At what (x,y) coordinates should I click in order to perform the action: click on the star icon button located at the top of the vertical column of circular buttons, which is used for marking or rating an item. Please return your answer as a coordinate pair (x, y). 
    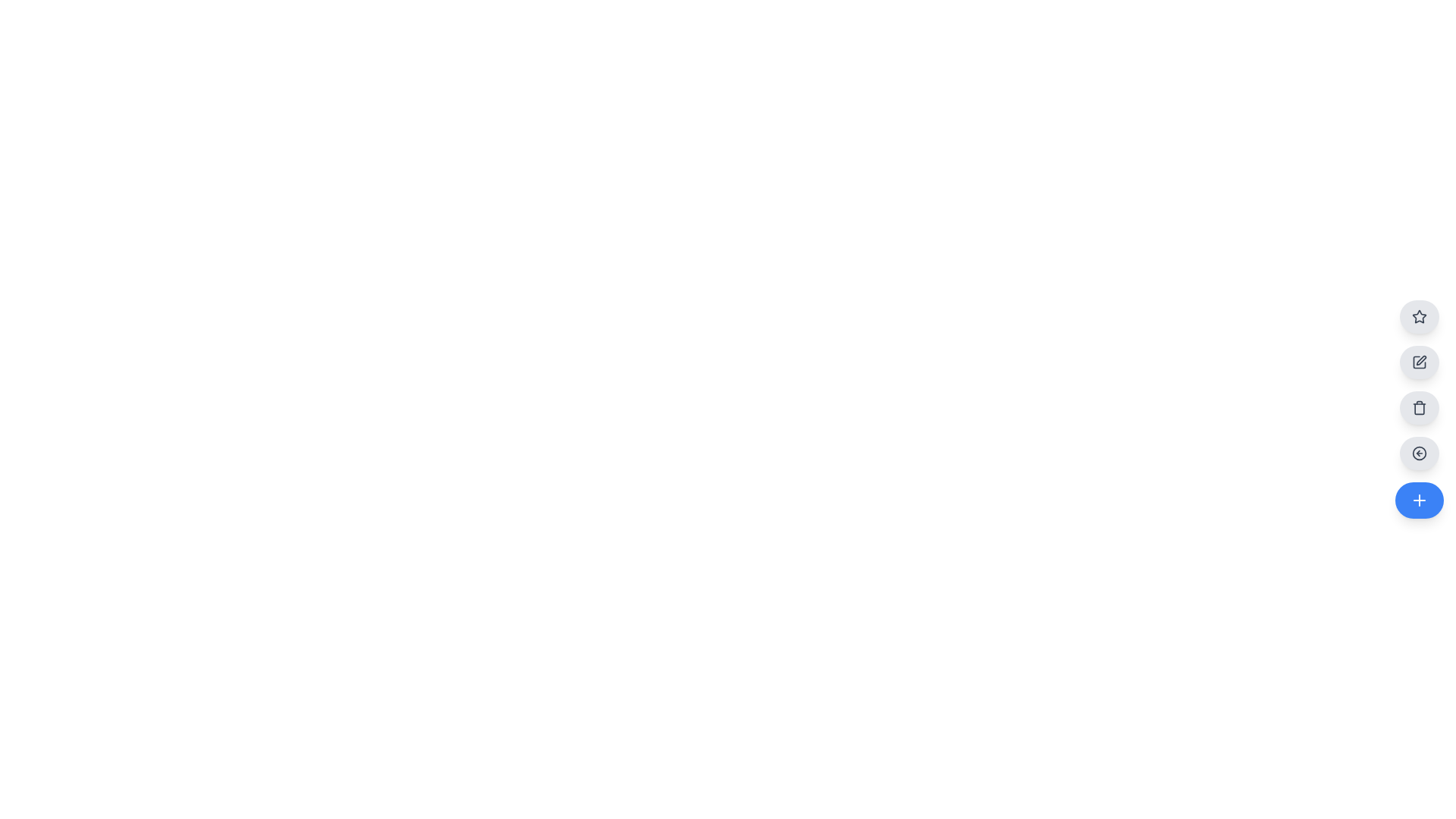
    Looking at the image, I should click on (1419, 315).